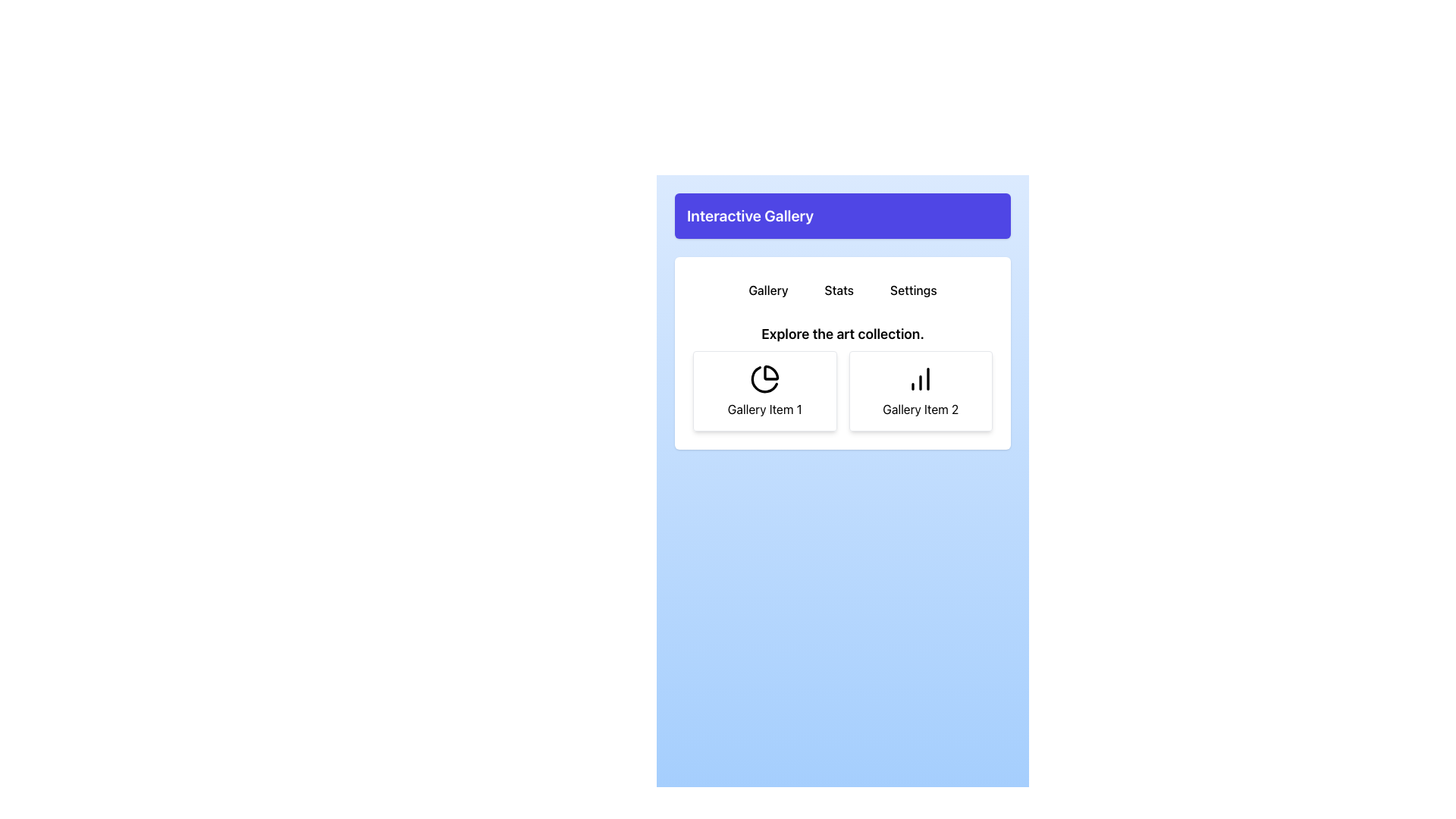 This screenshot has height=819, width=1456. I want to click on the 'Stats' button, which is the second button in a horizontal set of three, located between the 'Gallery' and 'Settings' buttons in the middle section of the interface, so click(838, 290).